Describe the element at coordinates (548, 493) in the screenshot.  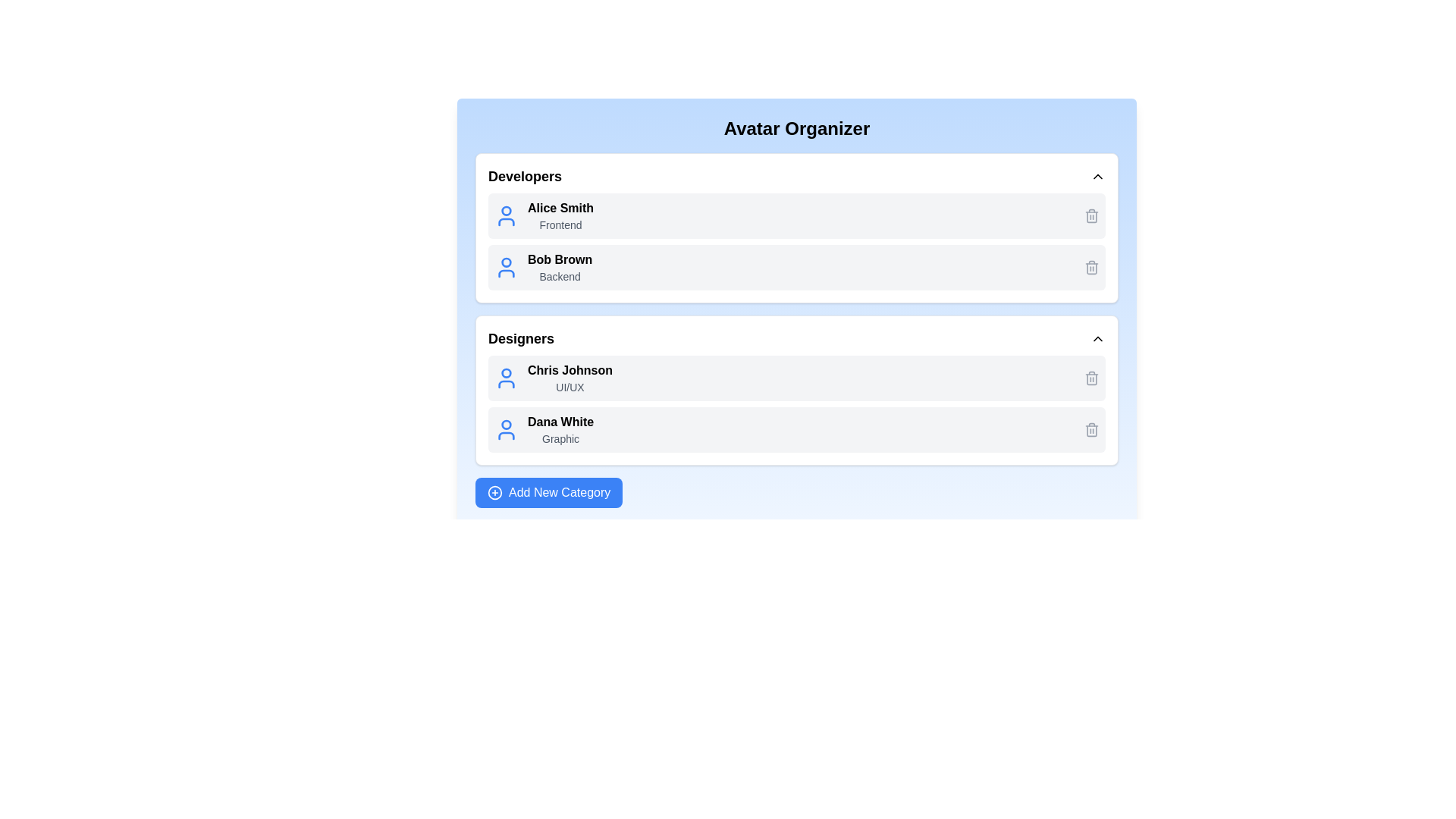
I see `the rectangular blue button labeled 'Add New Category' with a white plus icon` at that location.